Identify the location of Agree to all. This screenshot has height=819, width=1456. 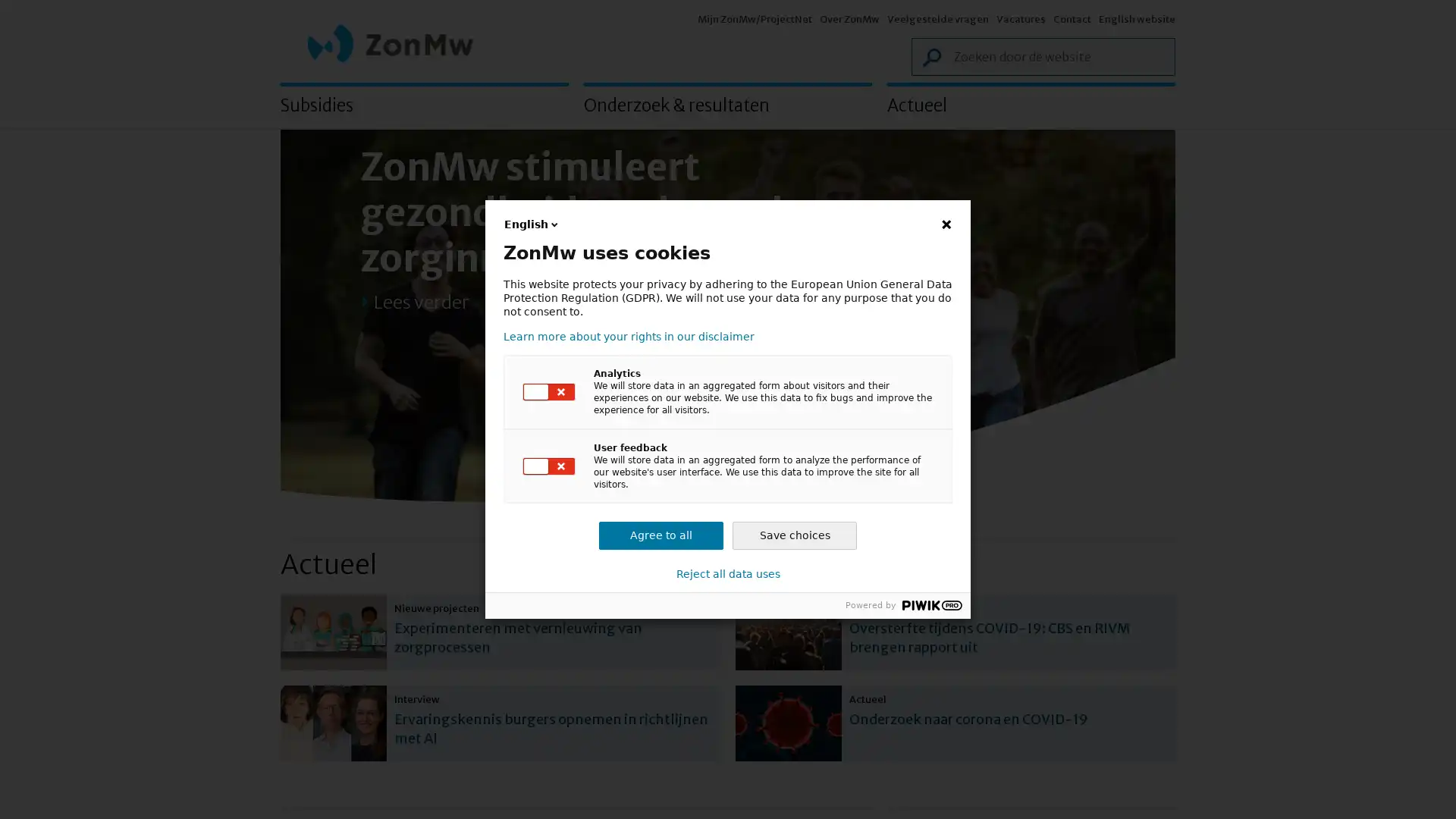
(661, 535).